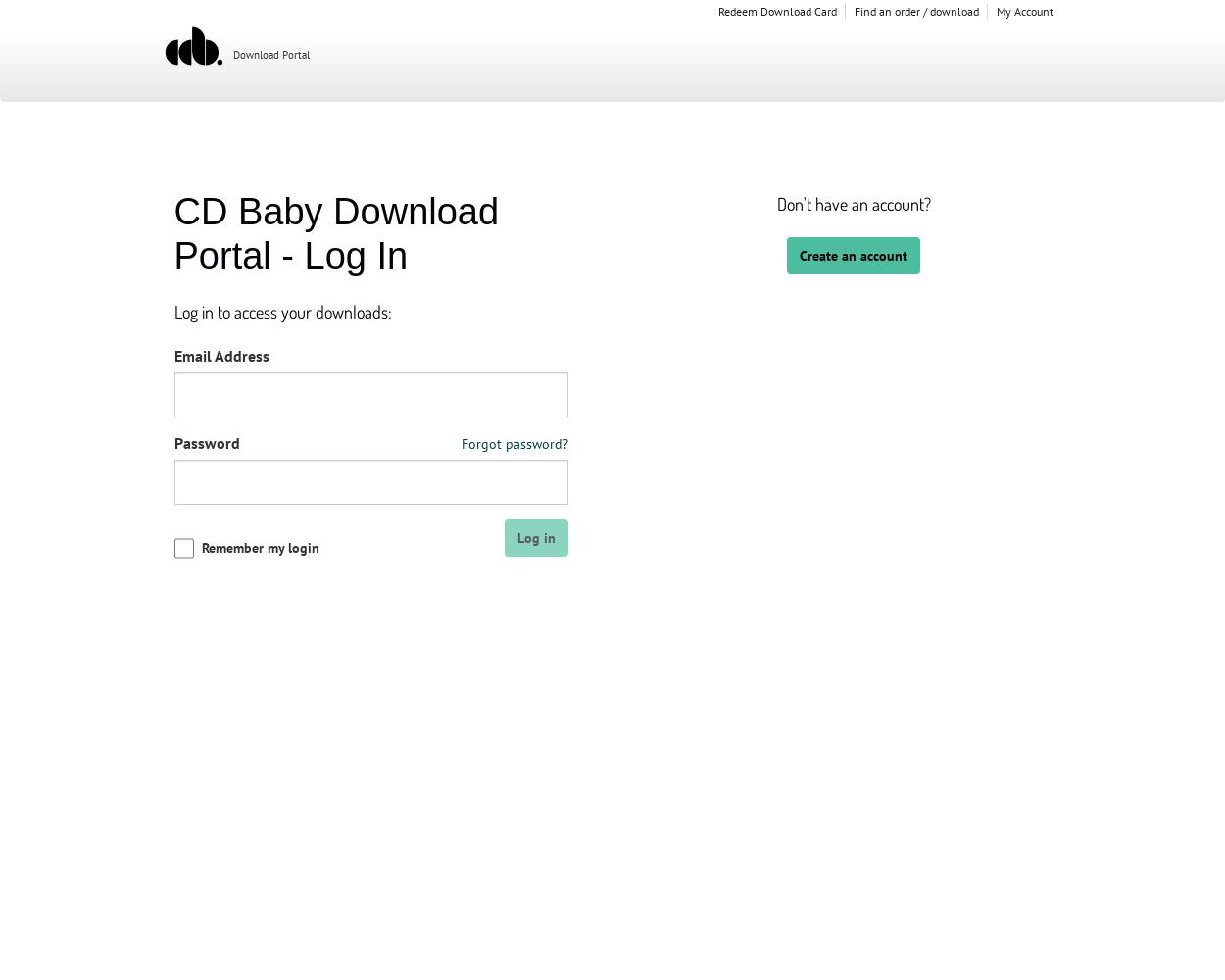 The image size is (1225, 980). What do you see at coordinates (231, 55) in the screenshot?
I see `'Download Portal'` at bounding box center [231, 55].